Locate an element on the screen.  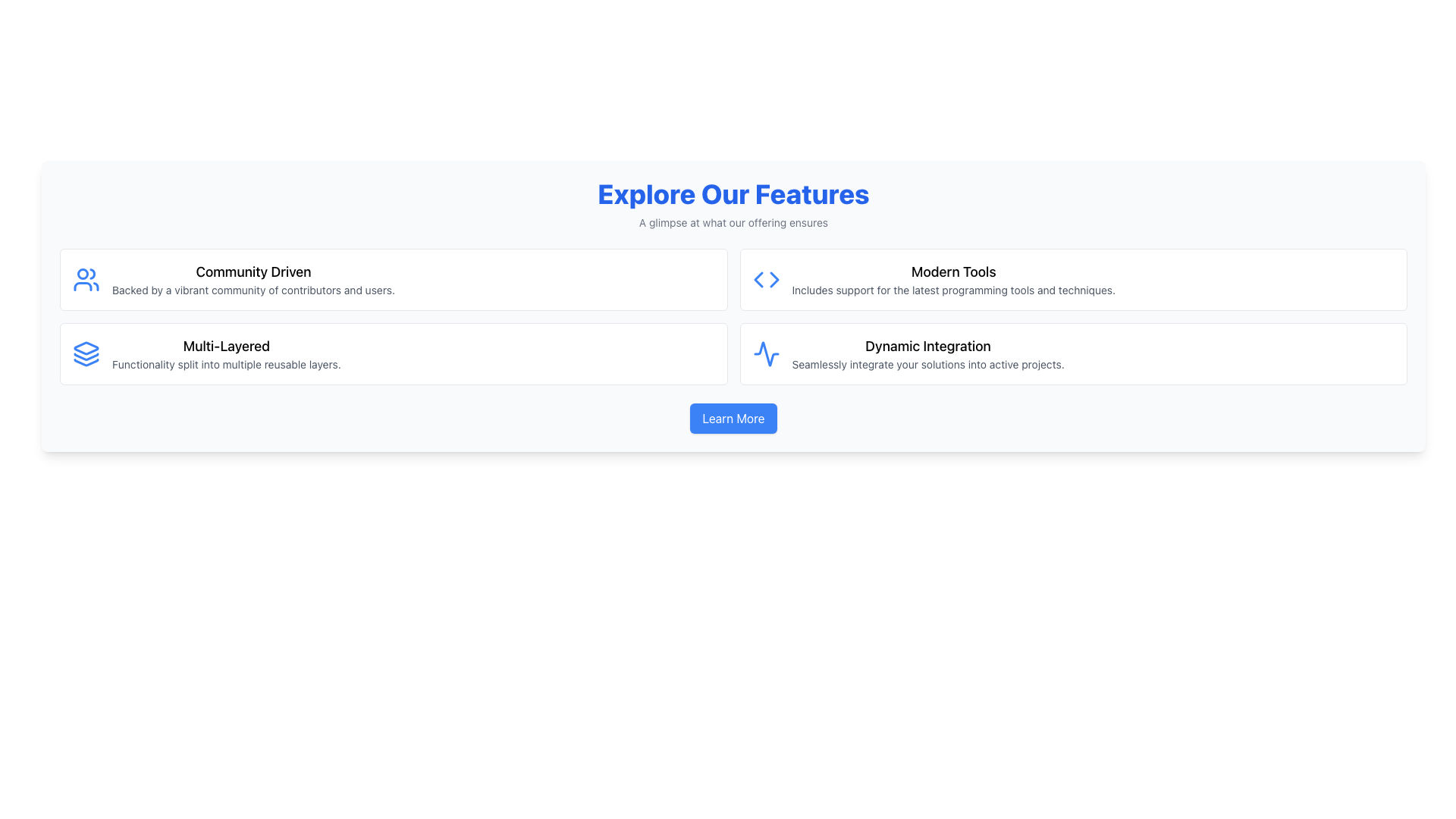
the small circular graphical component within the SVG illustration located on the left side of the 'Community Driven' section of the feature presentation is located at coordinates (82, 274).